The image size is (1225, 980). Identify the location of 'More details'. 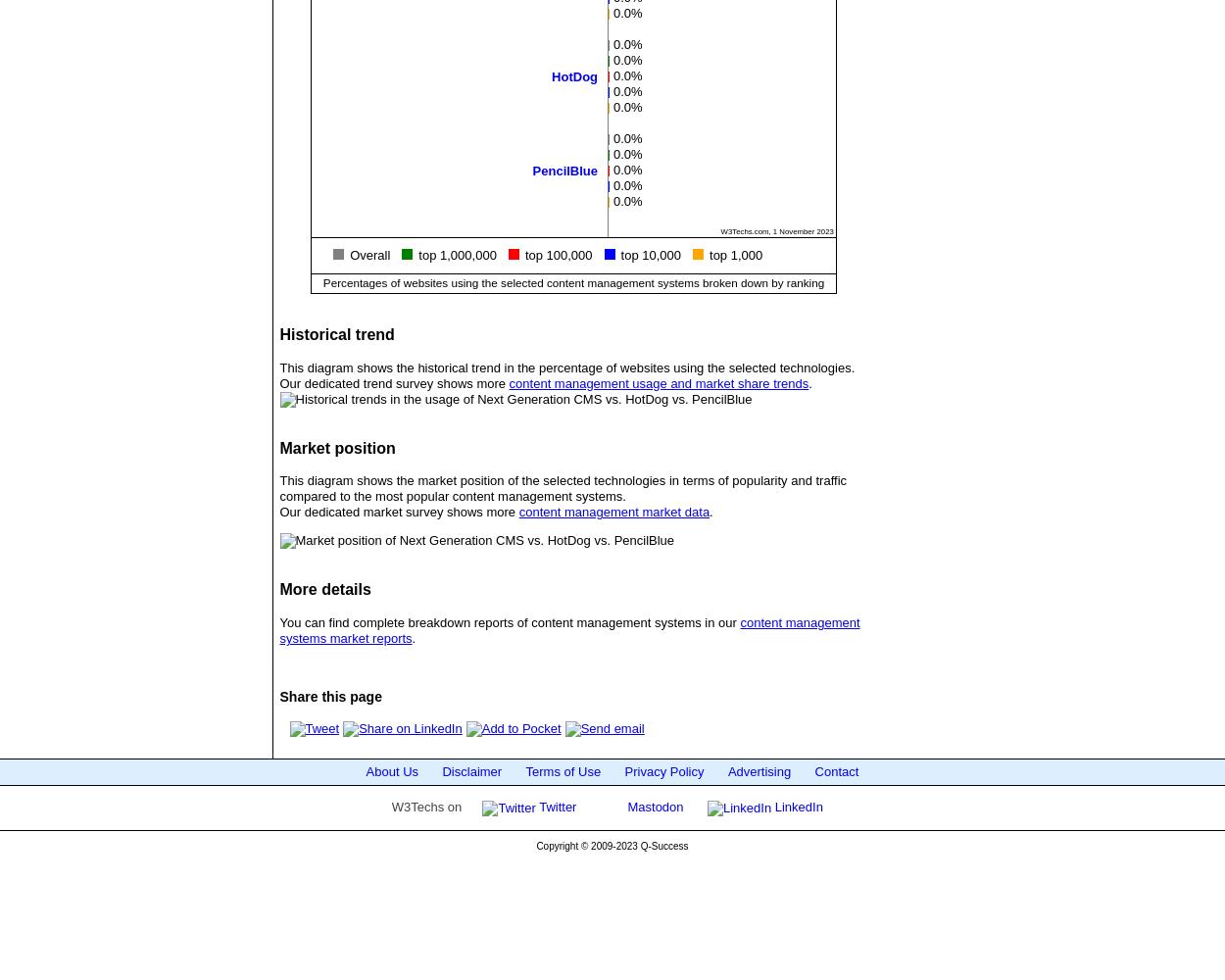
(323, 588).